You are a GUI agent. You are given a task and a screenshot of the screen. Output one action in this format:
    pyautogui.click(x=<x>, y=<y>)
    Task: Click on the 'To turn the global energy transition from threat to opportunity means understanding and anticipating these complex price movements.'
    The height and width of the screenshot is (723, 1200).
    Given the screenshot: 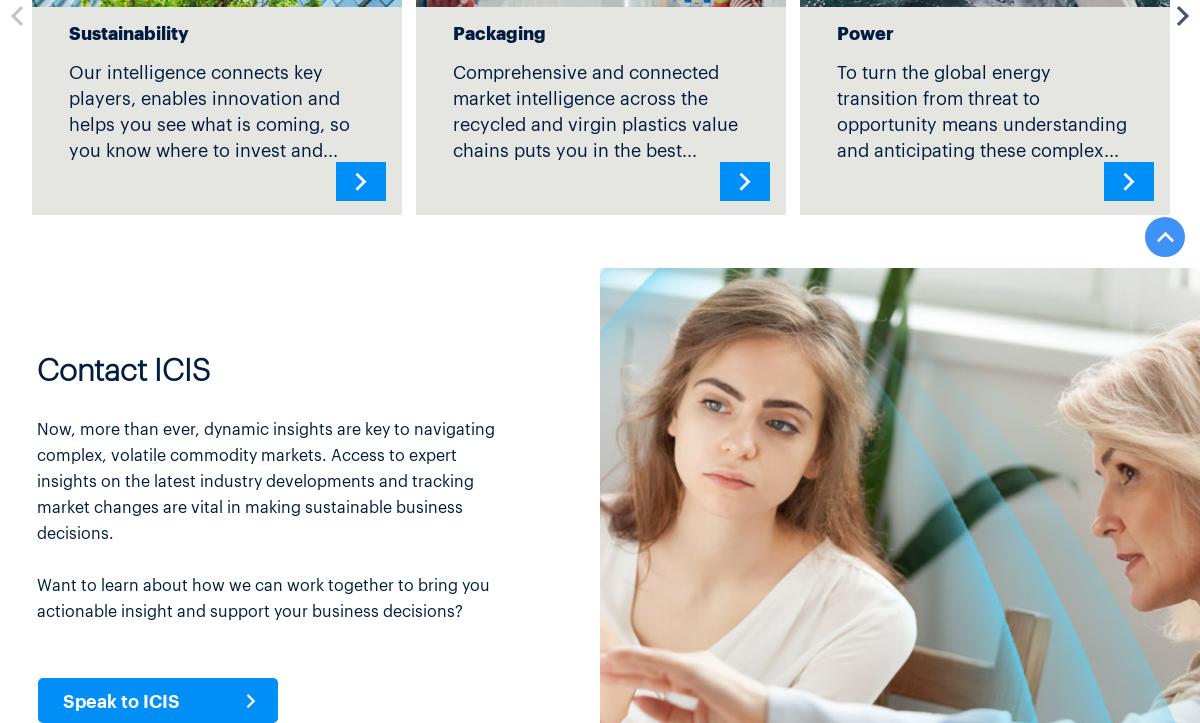 What is the action you would take?
    pyautogui.click(x=981, y=121)
    